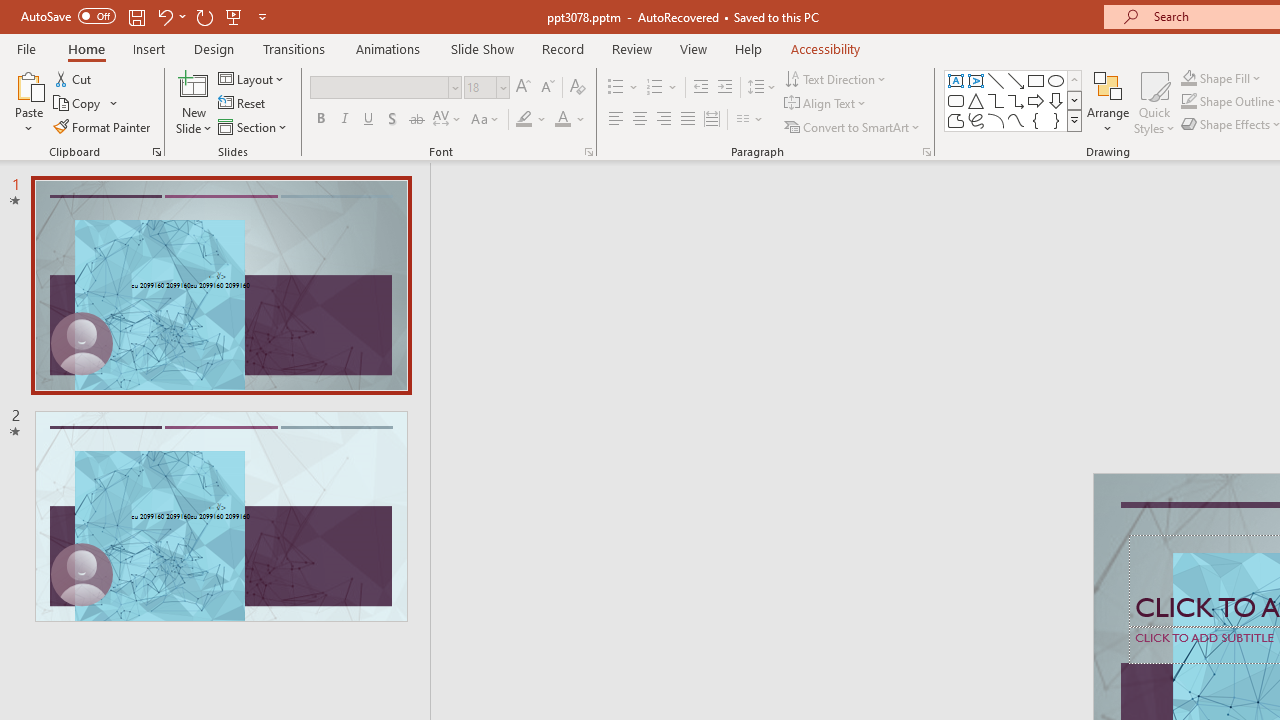 The height and width of the screenshot is (720, 1280). Describe the element at coordinates (1189, 77) in the screenshot. I see `'Shape Fill Dark Green, Accent 2'` at that location.